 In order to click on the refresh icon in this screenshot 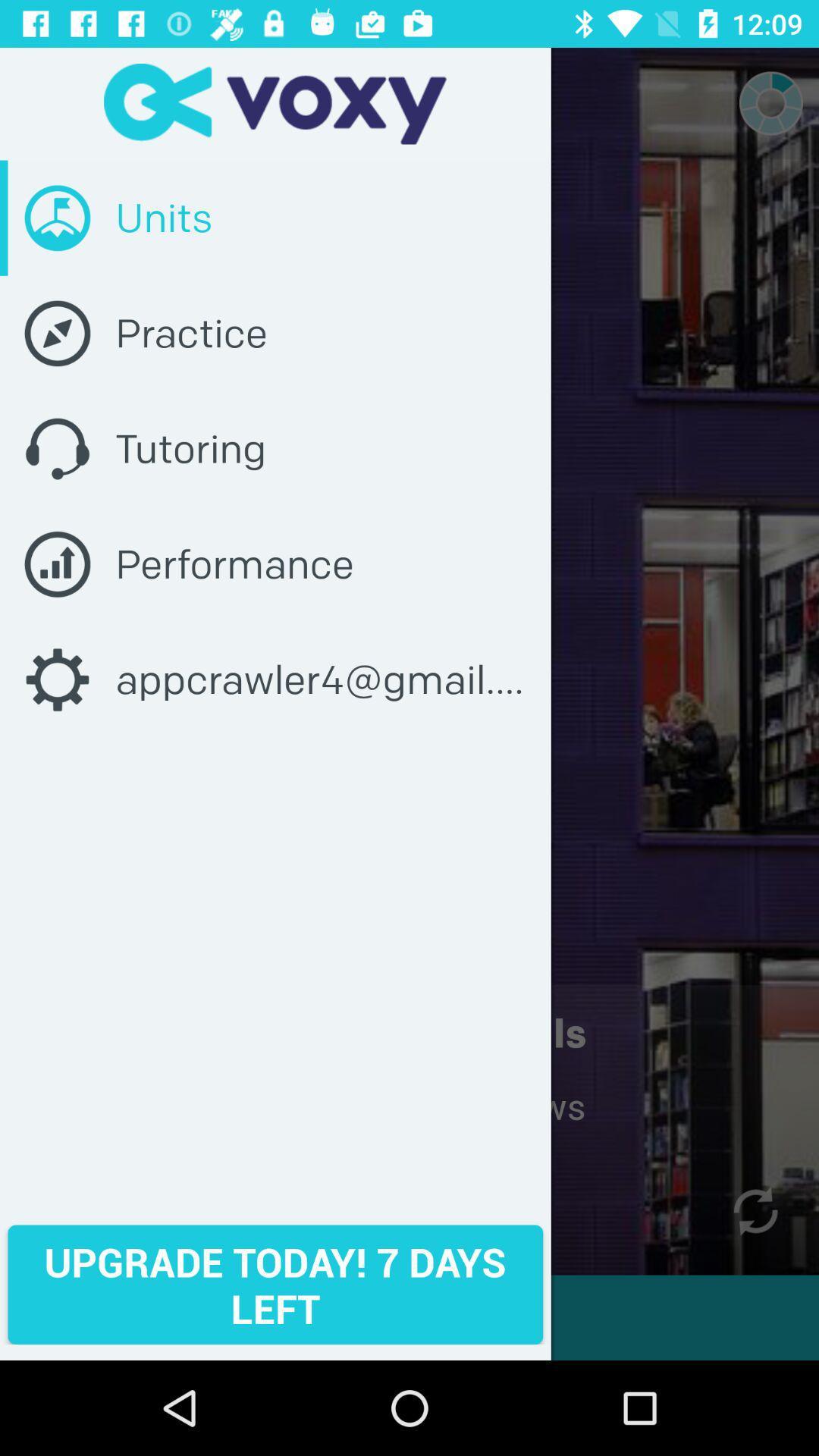, I will do `click(755, 1210)`.